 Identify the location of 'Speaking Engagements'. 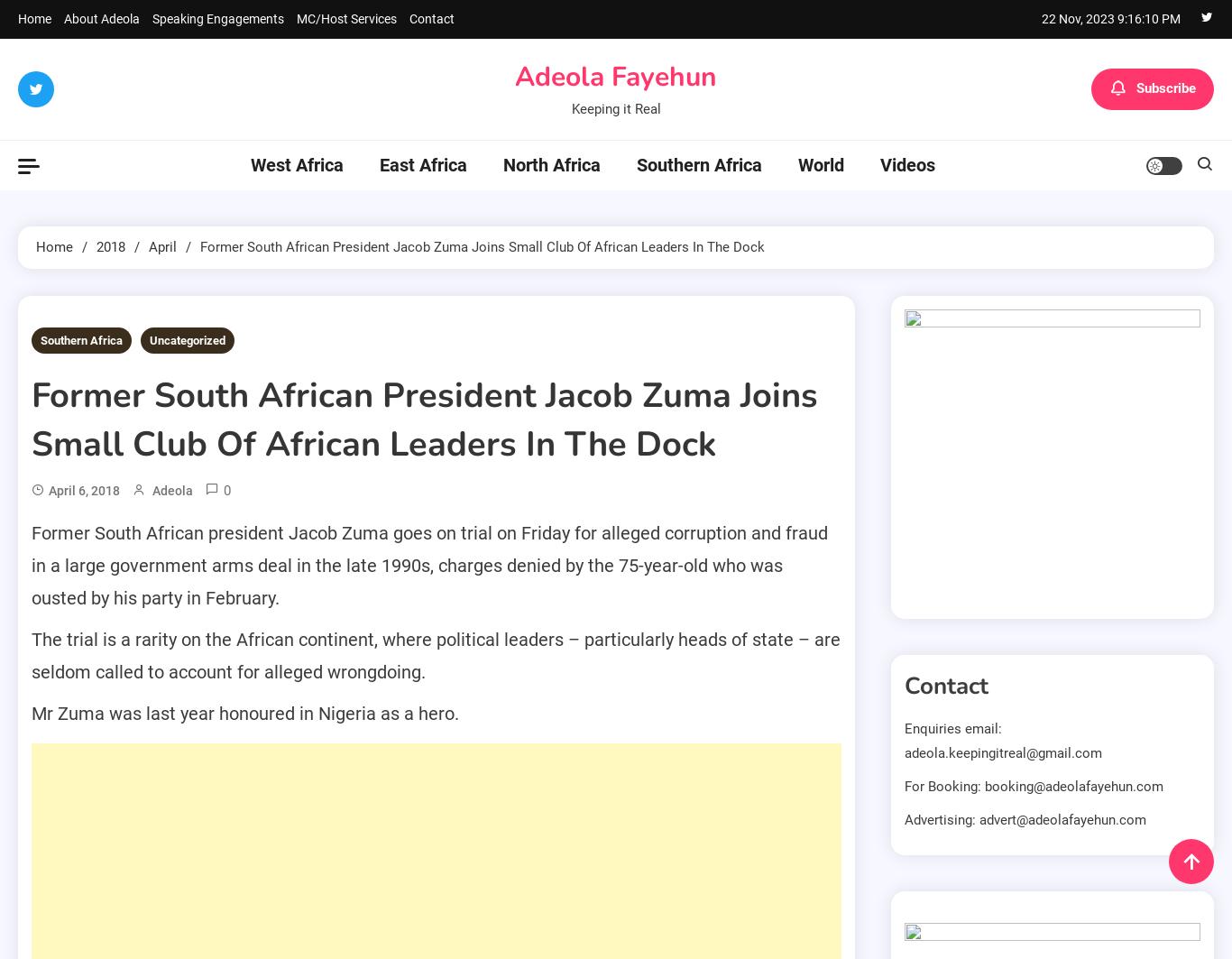
(218, 19).